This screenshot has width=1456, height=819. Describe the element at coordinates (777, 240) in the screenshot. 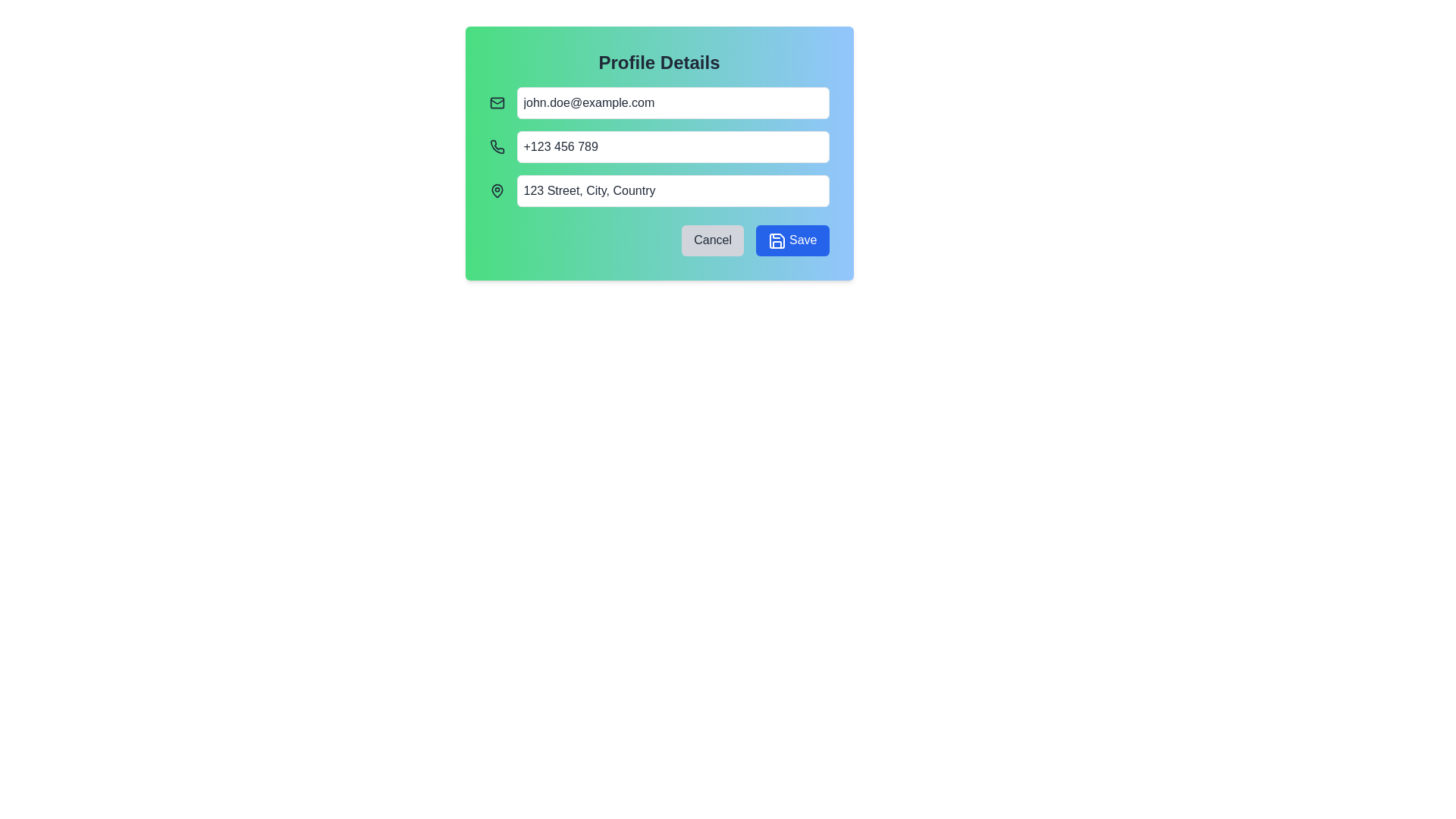

I see `the 'Save' button icon that resembles a floppy disk, located at the bottom-right corner of the 'Profile Details' form` at that location.